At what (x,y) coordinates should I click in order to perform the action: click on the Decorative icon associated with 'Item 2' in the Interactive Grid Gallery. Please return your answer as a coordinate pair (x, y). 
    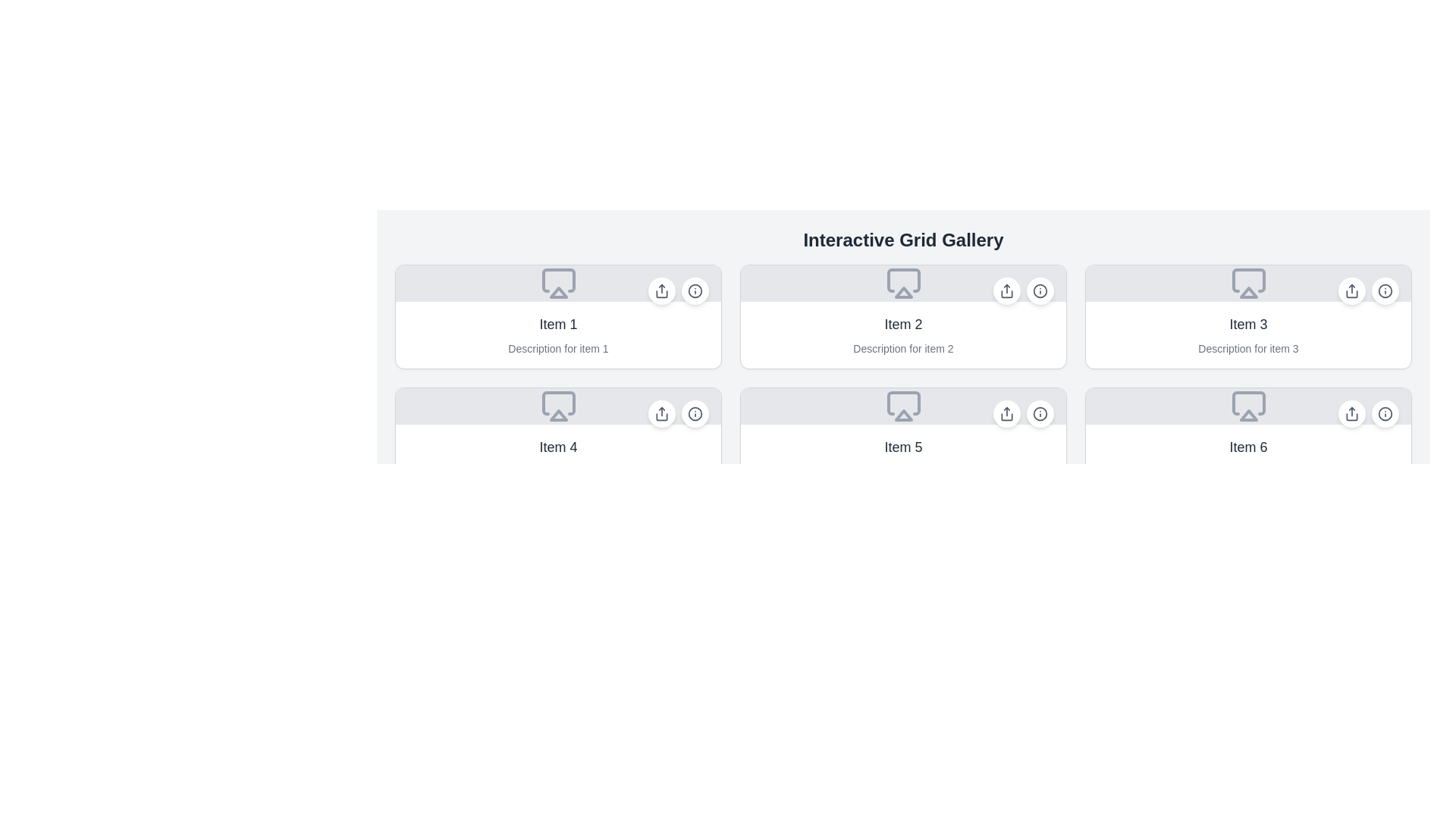
    Looking at the image, I should click on (903, 292).